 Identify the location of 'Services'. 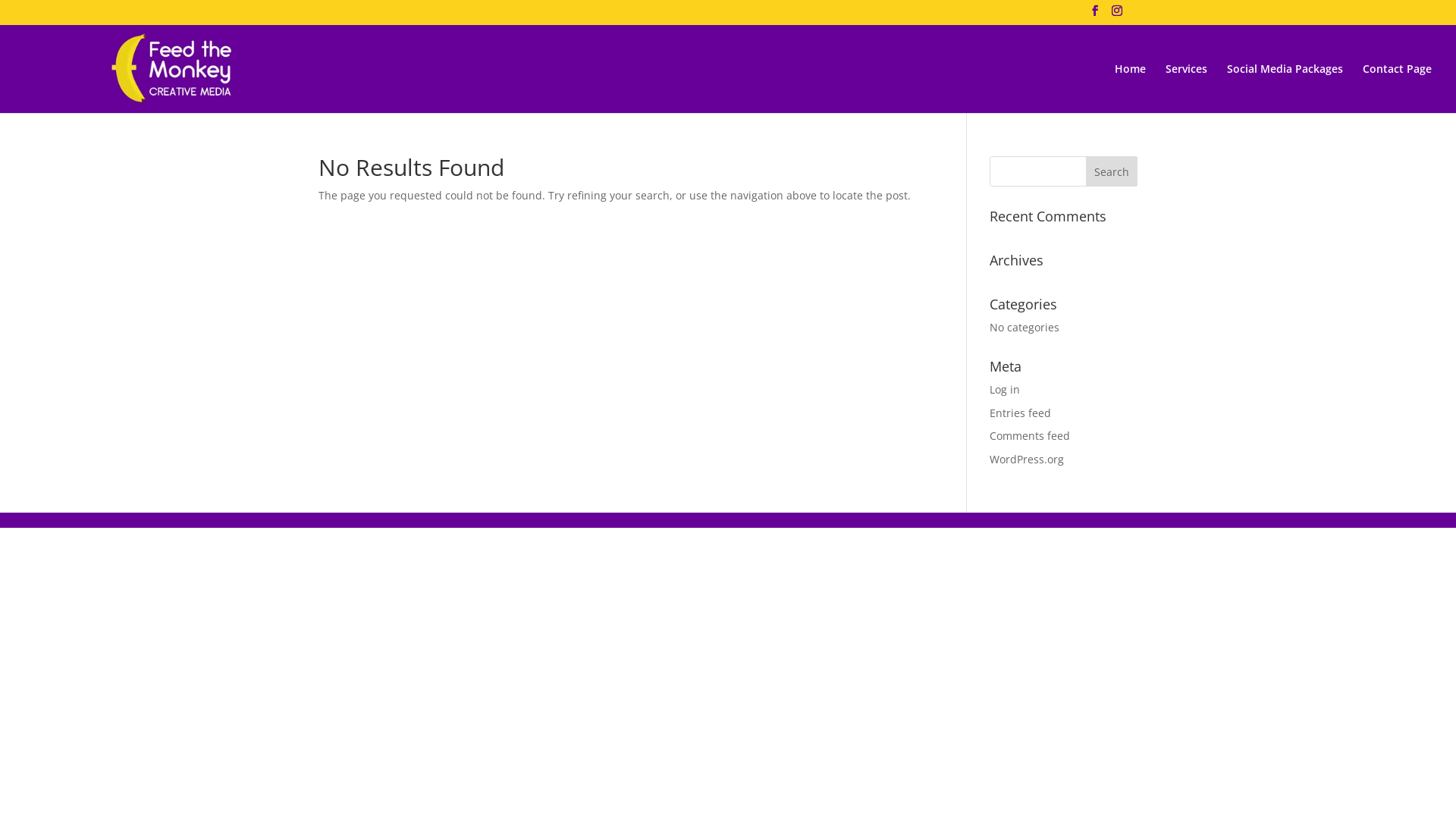
(1164, 88).